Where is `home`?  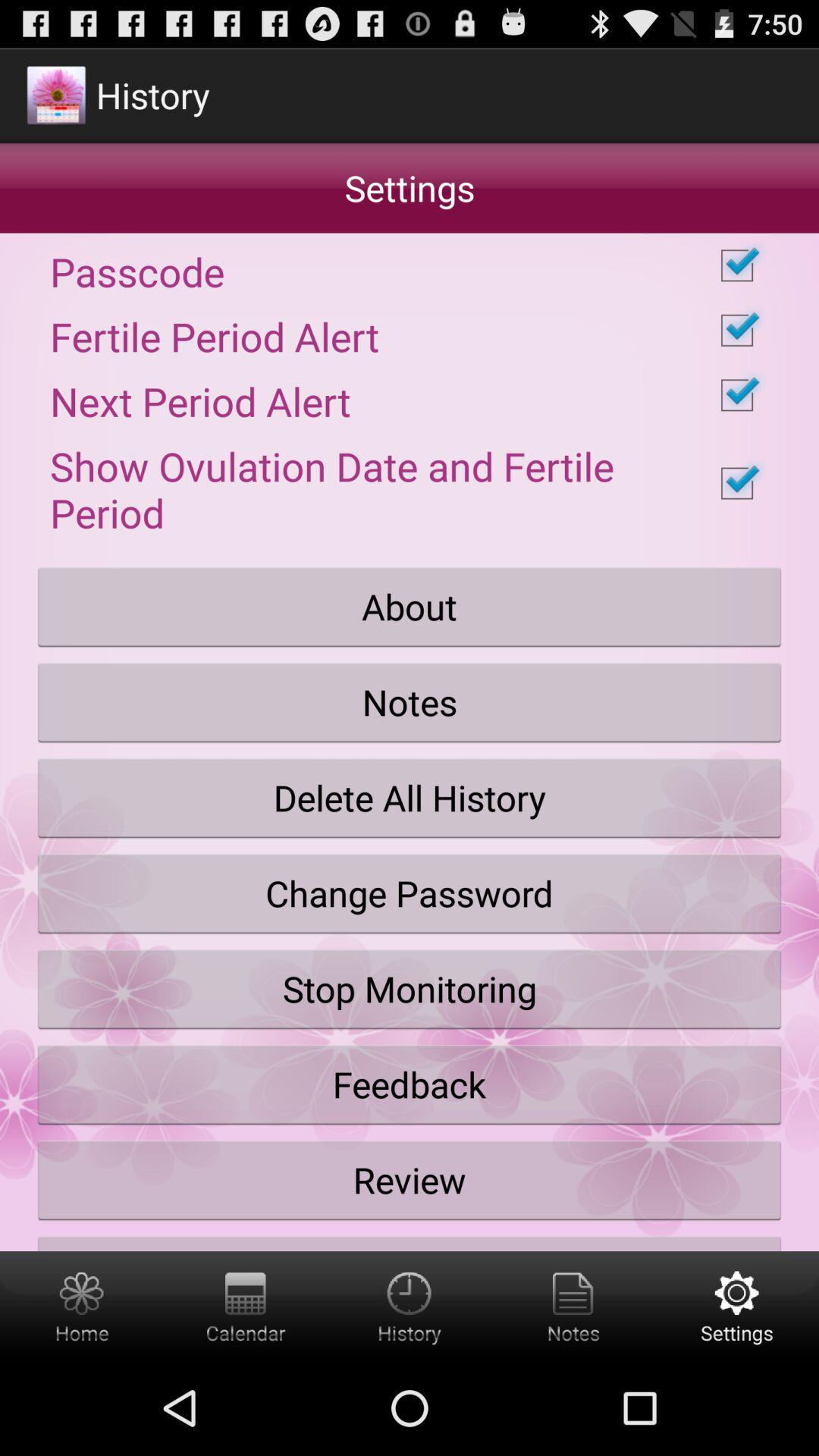
home is located at coordinates (82, 1305).